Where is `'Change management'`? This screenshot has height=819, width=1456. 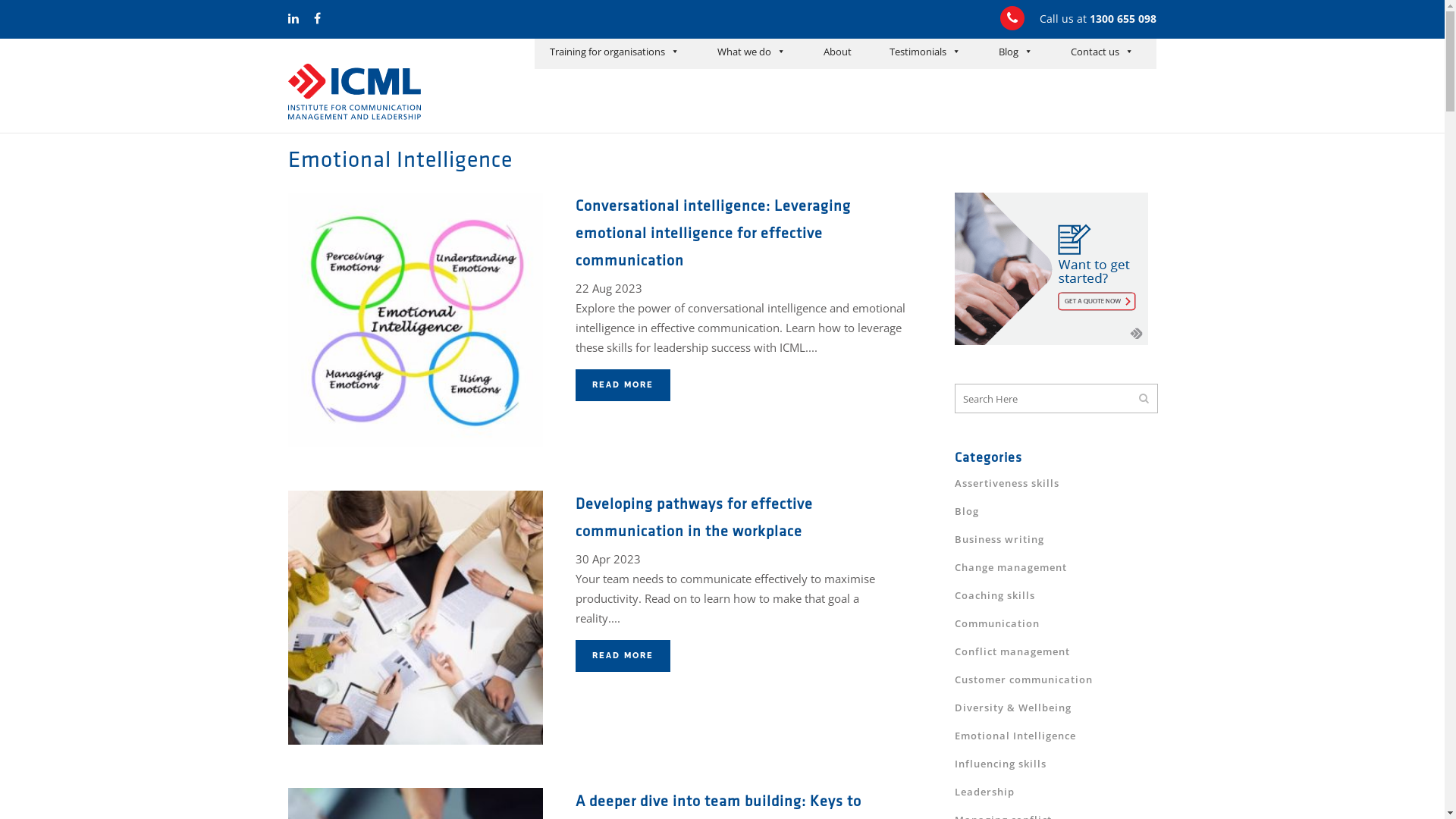 'Change management' is located at coordinates (1011, 567).